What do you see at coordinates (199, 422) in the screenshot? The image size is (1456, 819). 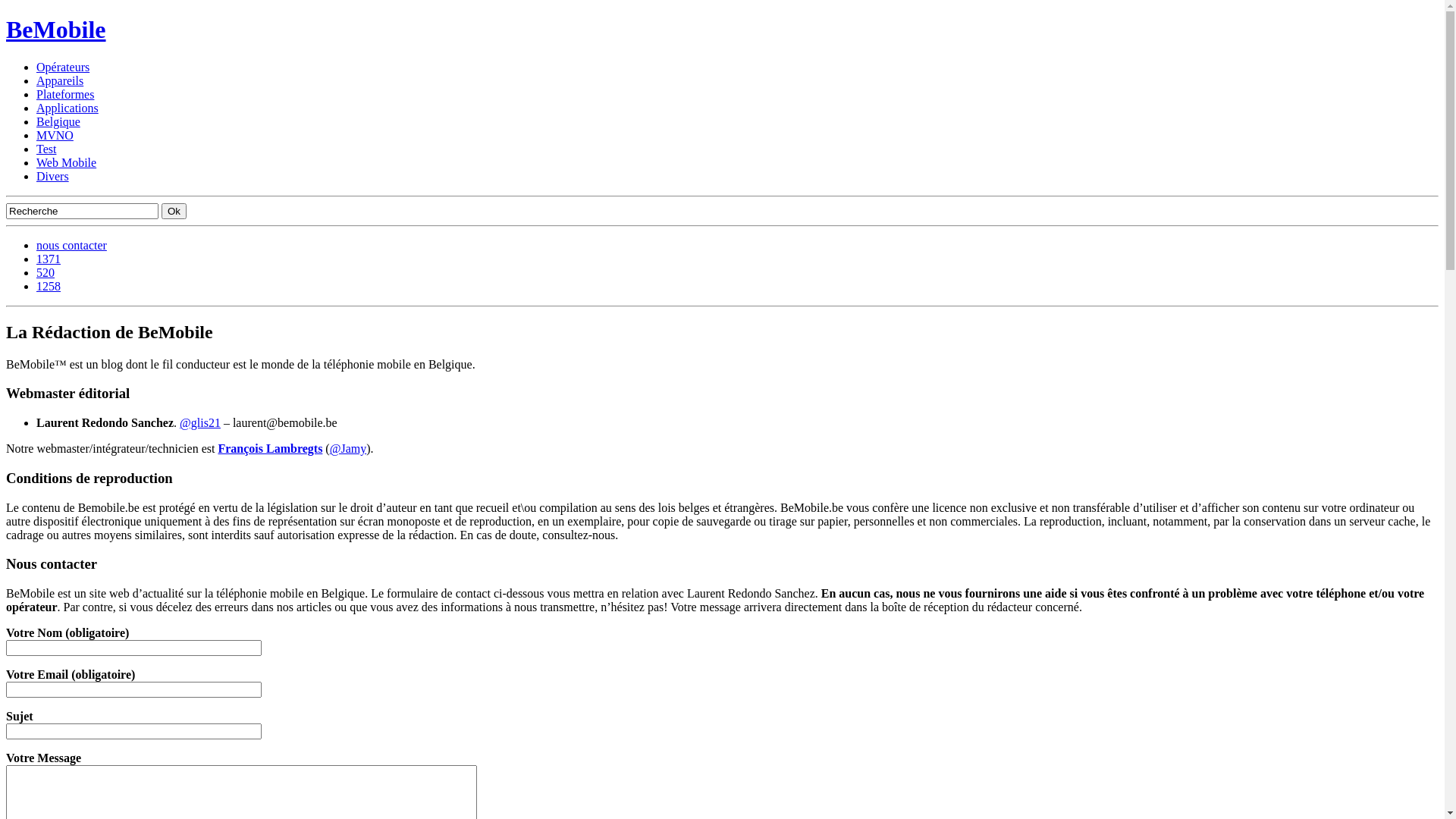 I see `'@glis21'` at bounding box center [199, 422].